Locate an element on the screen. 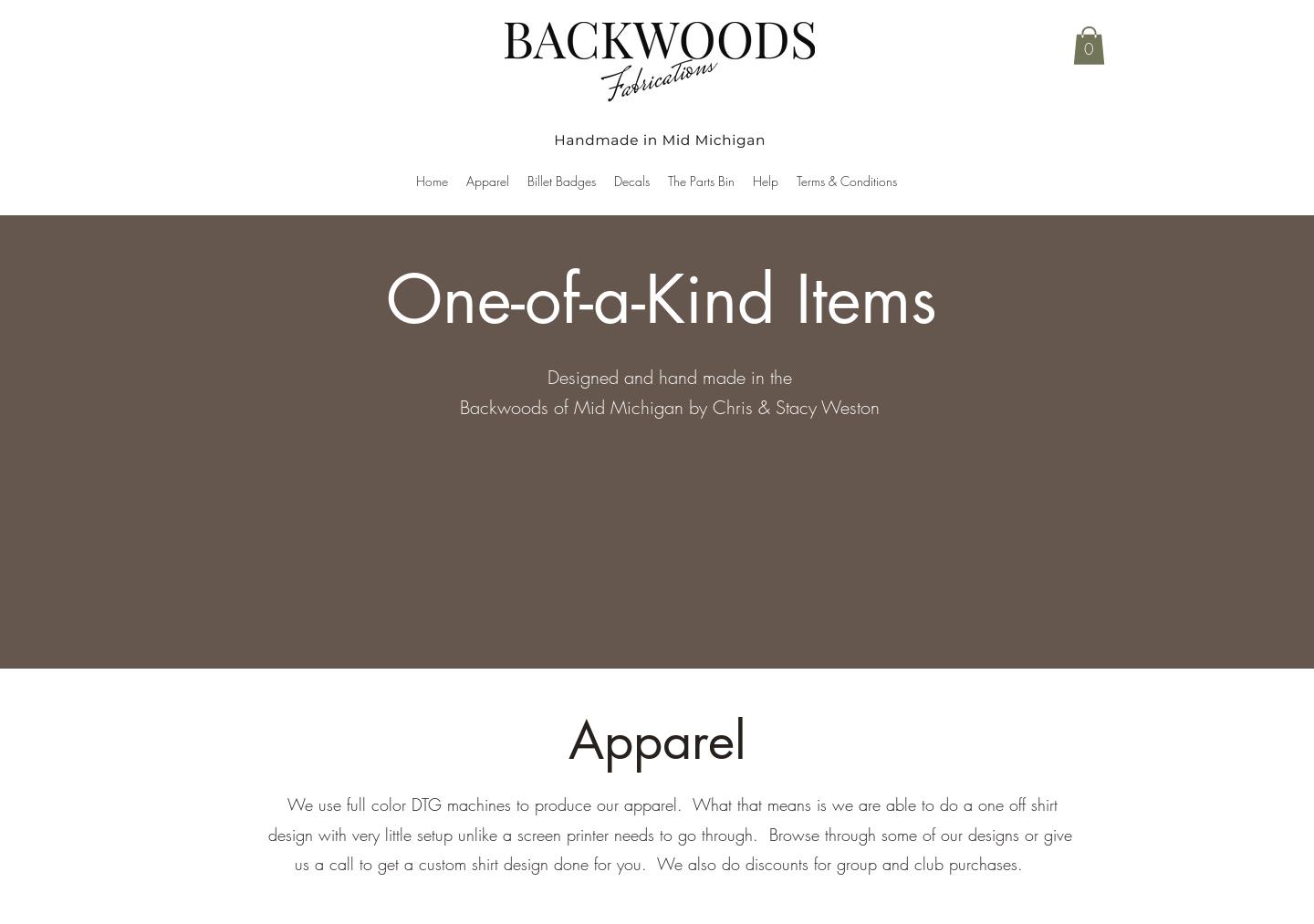  'Help' is located at coordinates (764, 181).